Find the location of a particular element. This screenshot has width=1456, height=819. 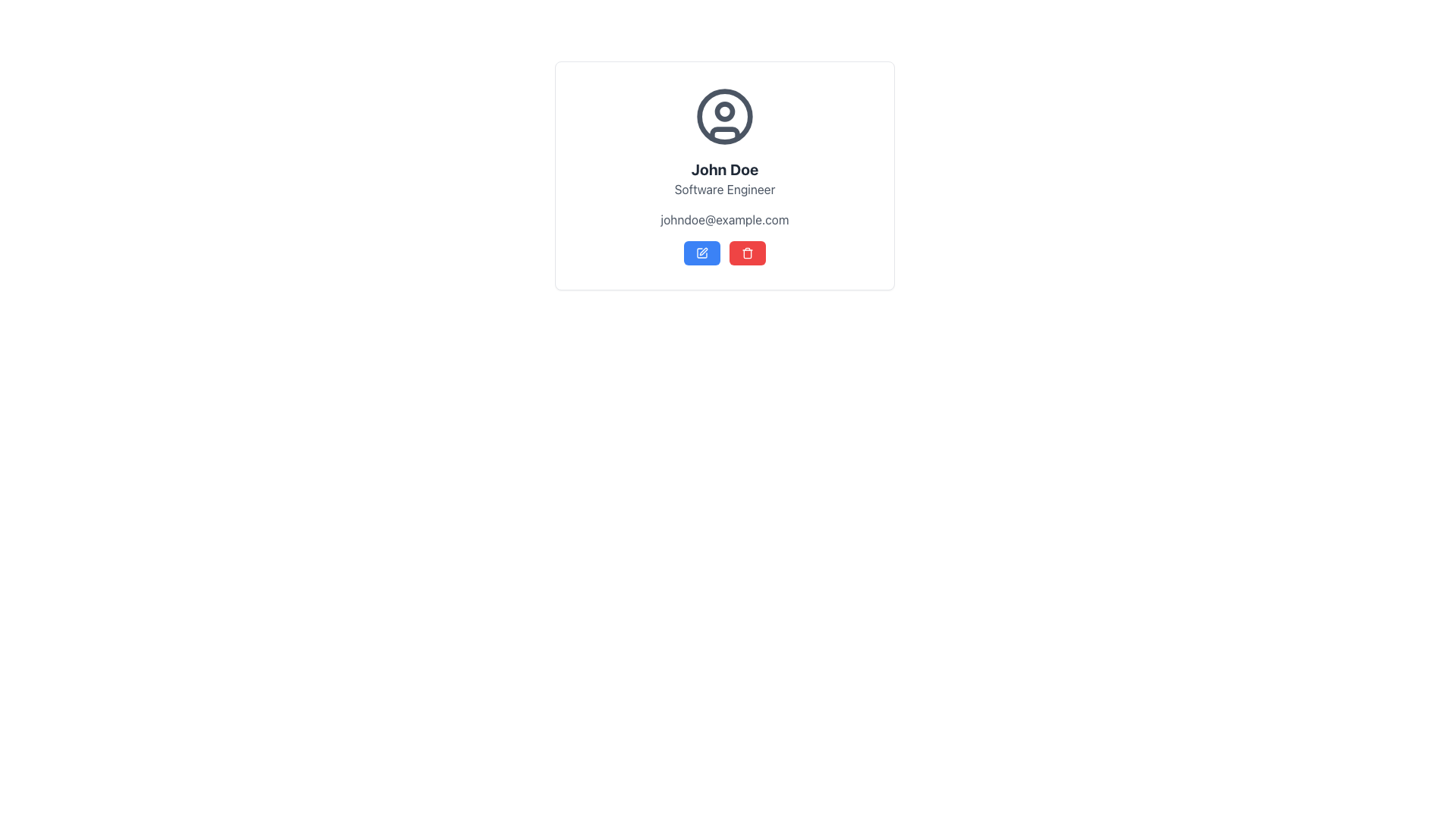

the blue button with rounded corners that has a white outline of a pen icon in the center is located at coordinates (701, 253).